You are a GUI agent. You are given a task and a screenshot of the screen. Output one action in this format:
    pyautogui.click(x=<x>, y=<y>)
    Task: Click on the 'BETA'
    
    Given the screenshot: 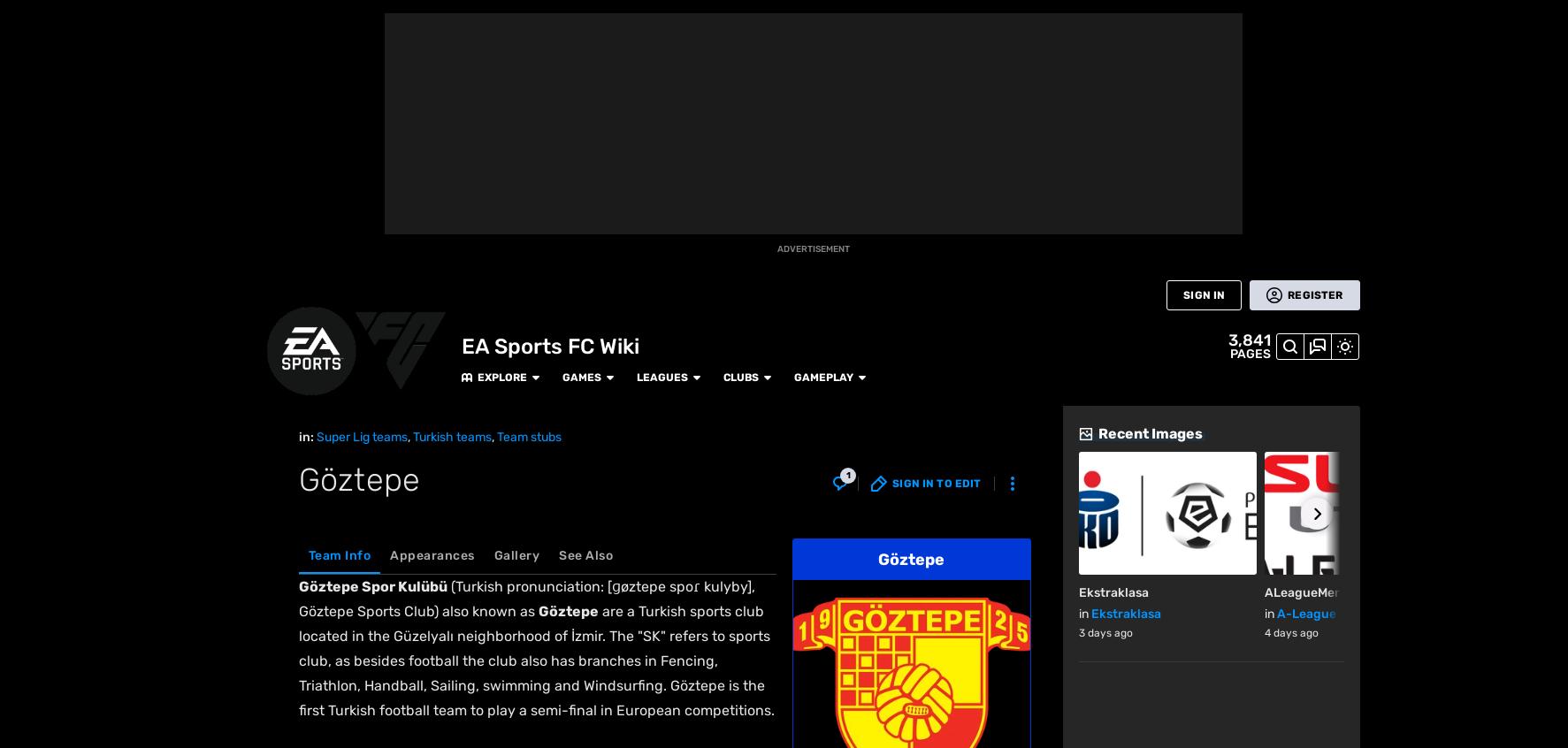 What is the action you would take?
    pyautogui.click(x=27, y=189)
    